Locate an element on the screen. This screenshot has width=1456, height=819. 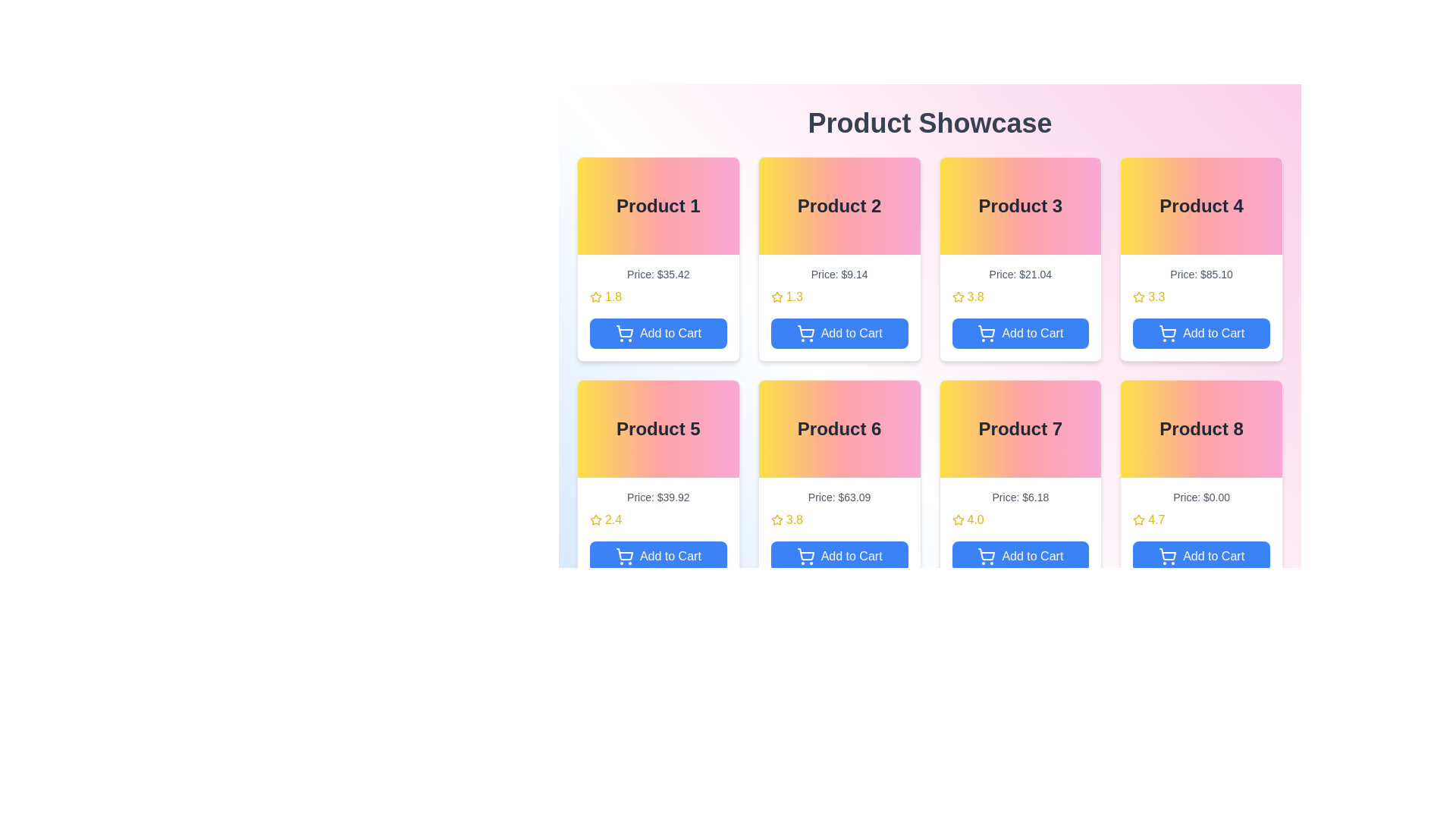
the 'Add to Cart' button with a blue background and a shopping cart icon located at the bottom of 'Product 4' card is located at coordinates (1200, 332).